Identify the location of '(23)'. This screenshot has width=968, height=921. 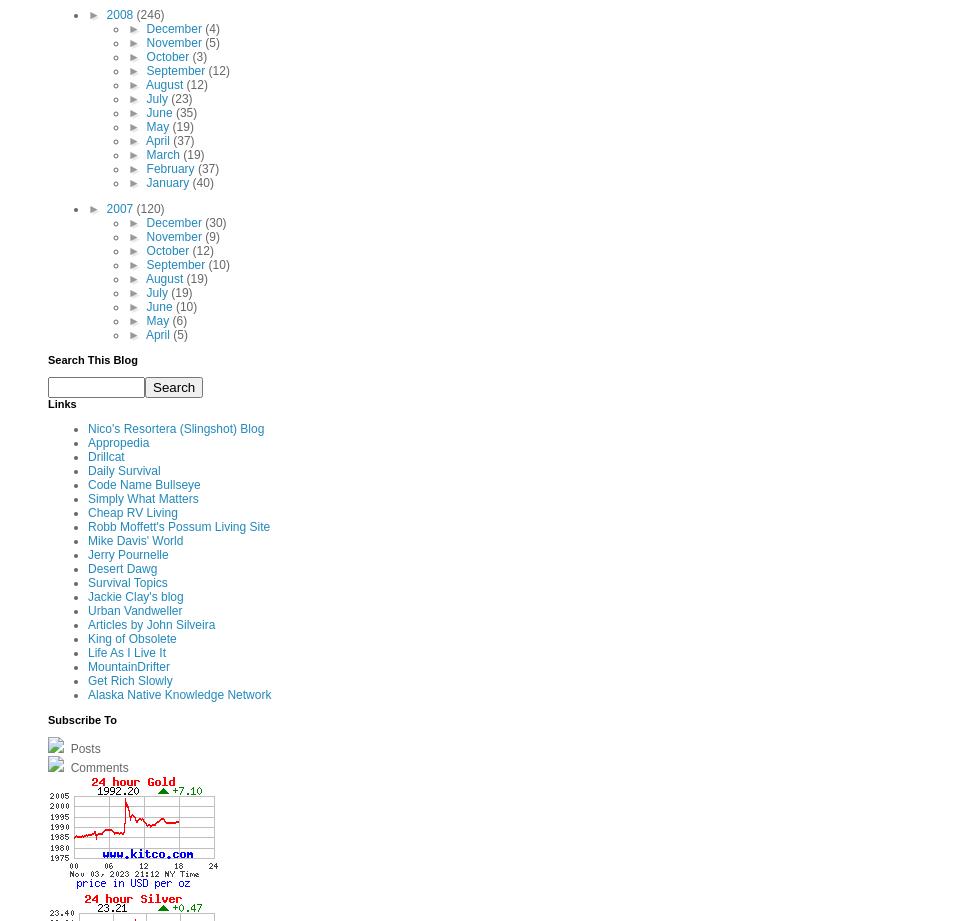
(181, 97).